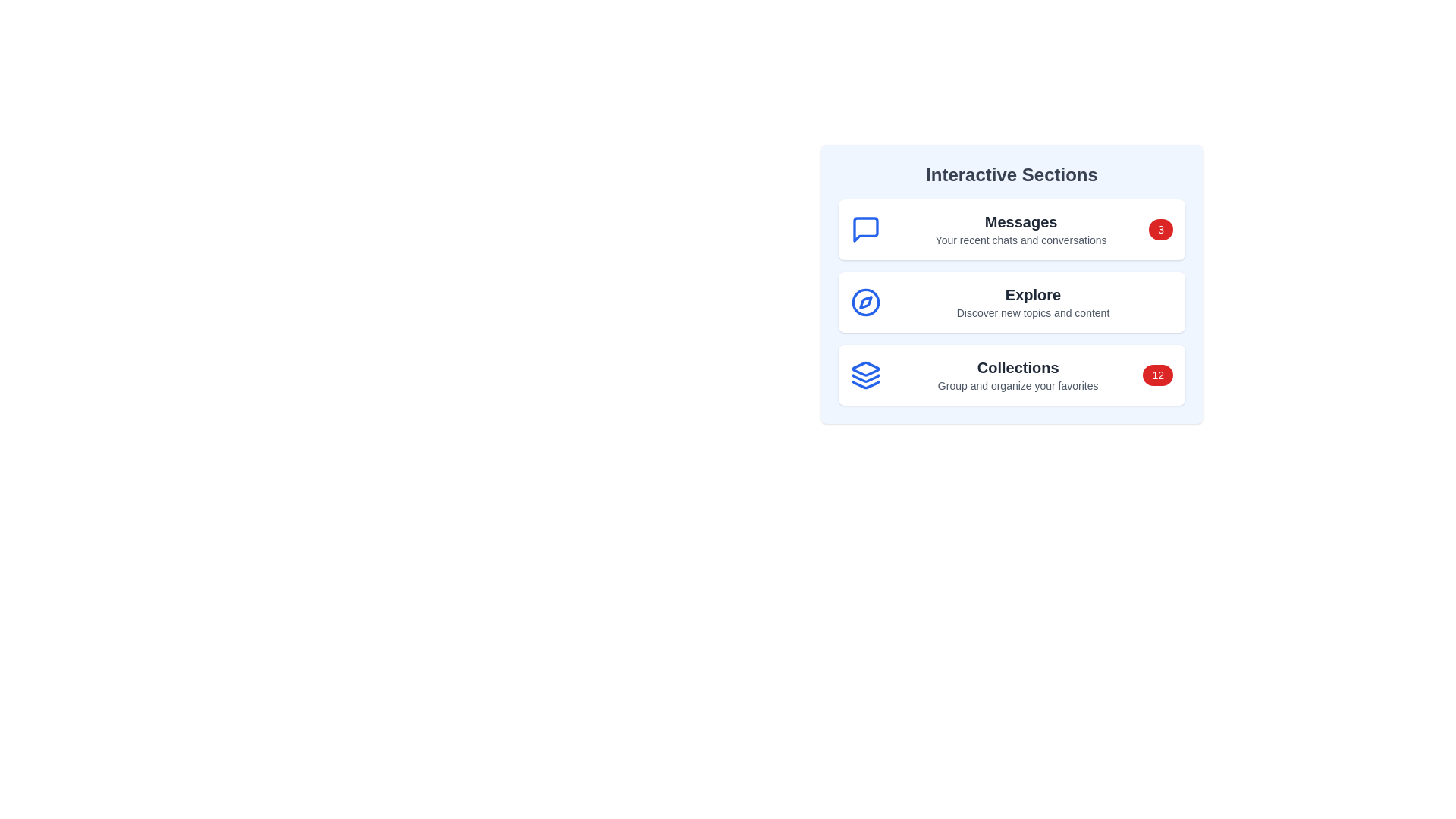 This screenshot has height=819, width=1456. What do you see at coordinates (1160, 302) in the screenshot?
I see `the notification badge of the section Explore` at bounding box center [1160, 302].